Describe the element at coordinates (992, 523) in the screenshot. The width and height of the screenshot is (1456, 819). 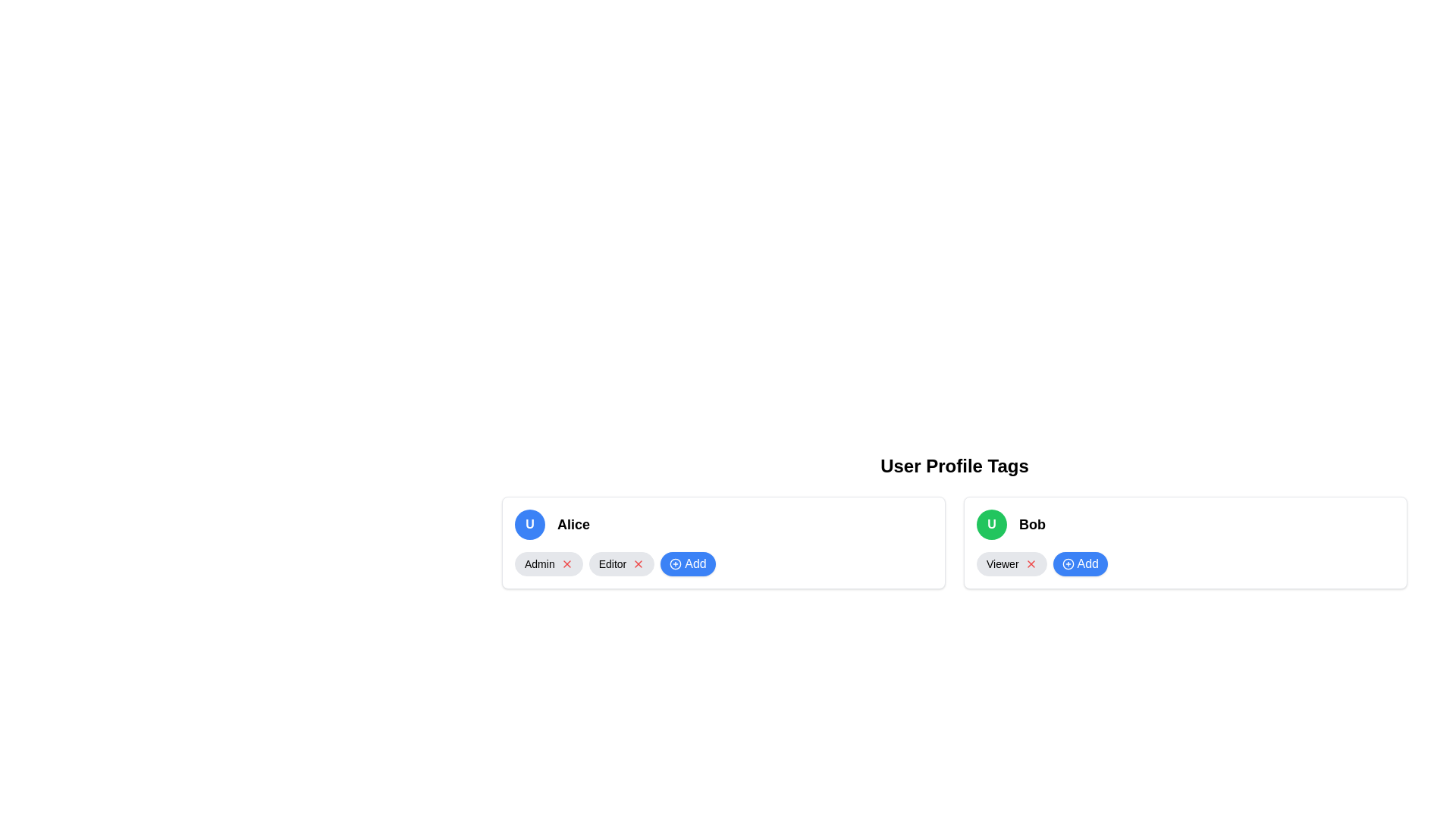
I see `the visual identifier icon representing the user's initial, positioned to the left of the text 'Bob'` at that location.